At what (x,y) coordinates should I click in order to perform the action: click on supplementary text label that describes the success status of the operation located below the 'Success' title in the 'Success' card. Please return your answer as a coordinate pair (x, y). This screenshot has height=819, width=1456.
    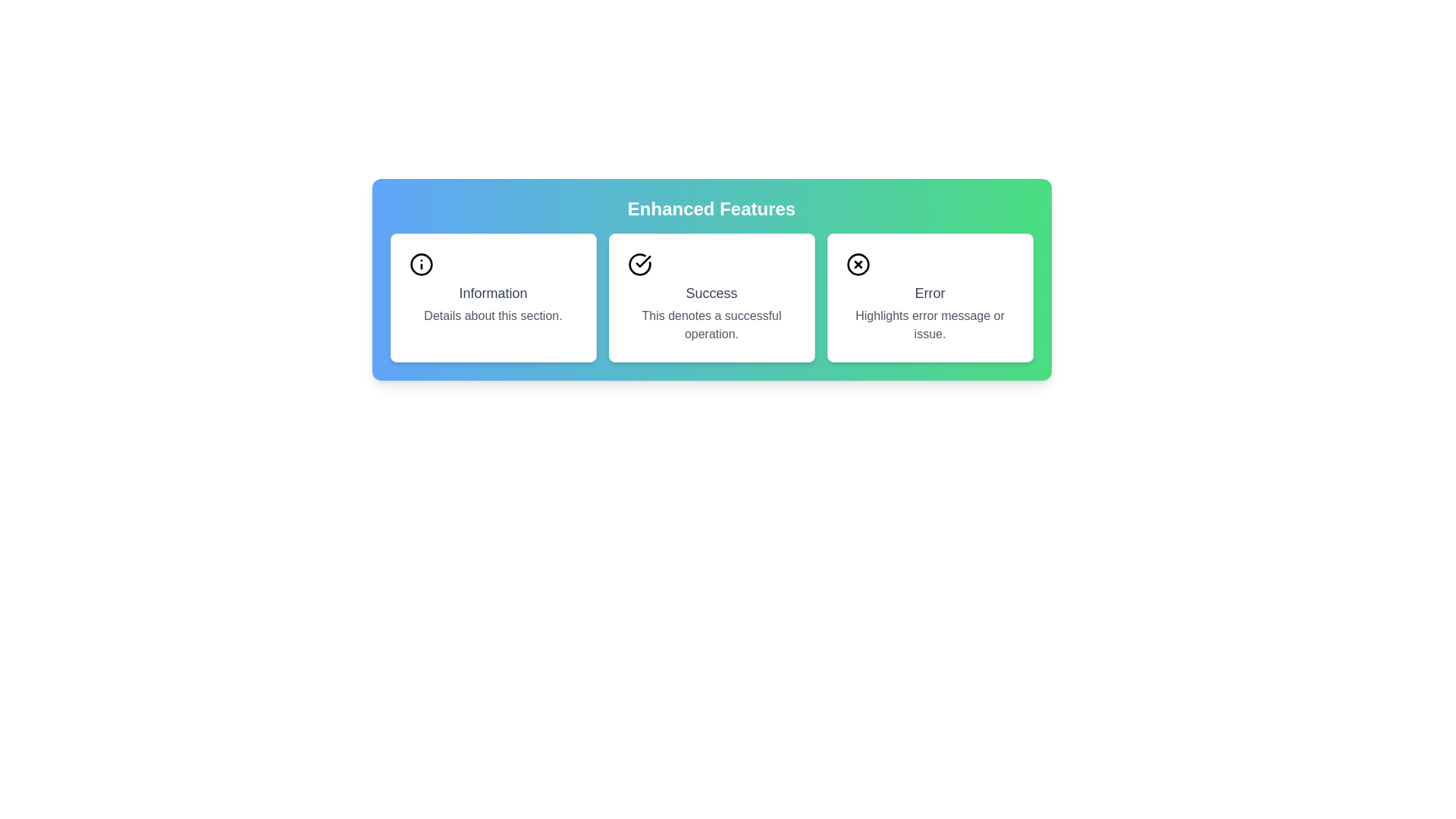
    Looking at the image, I should click on (711, 324).